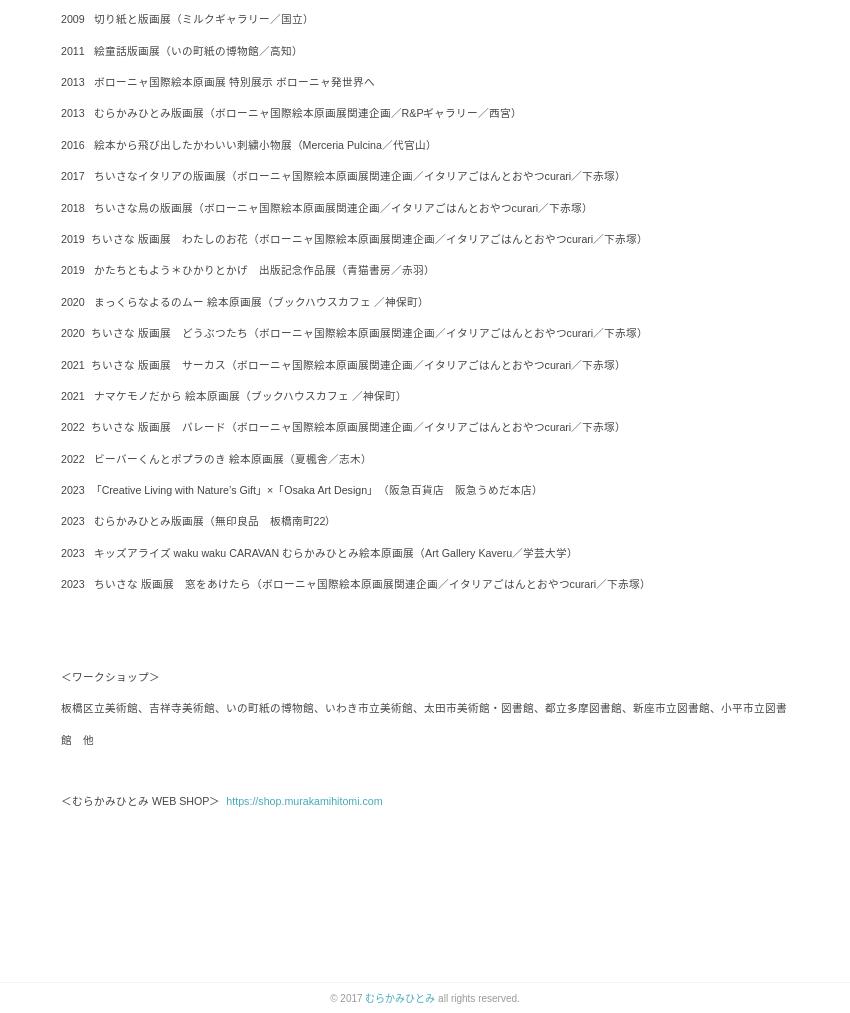 This screenshot has height=1013, width=850. I want to click on '2013   ボローニャ国際絵本原画展 特別展示 ボローニャ発世界へ', so click(217, 80).